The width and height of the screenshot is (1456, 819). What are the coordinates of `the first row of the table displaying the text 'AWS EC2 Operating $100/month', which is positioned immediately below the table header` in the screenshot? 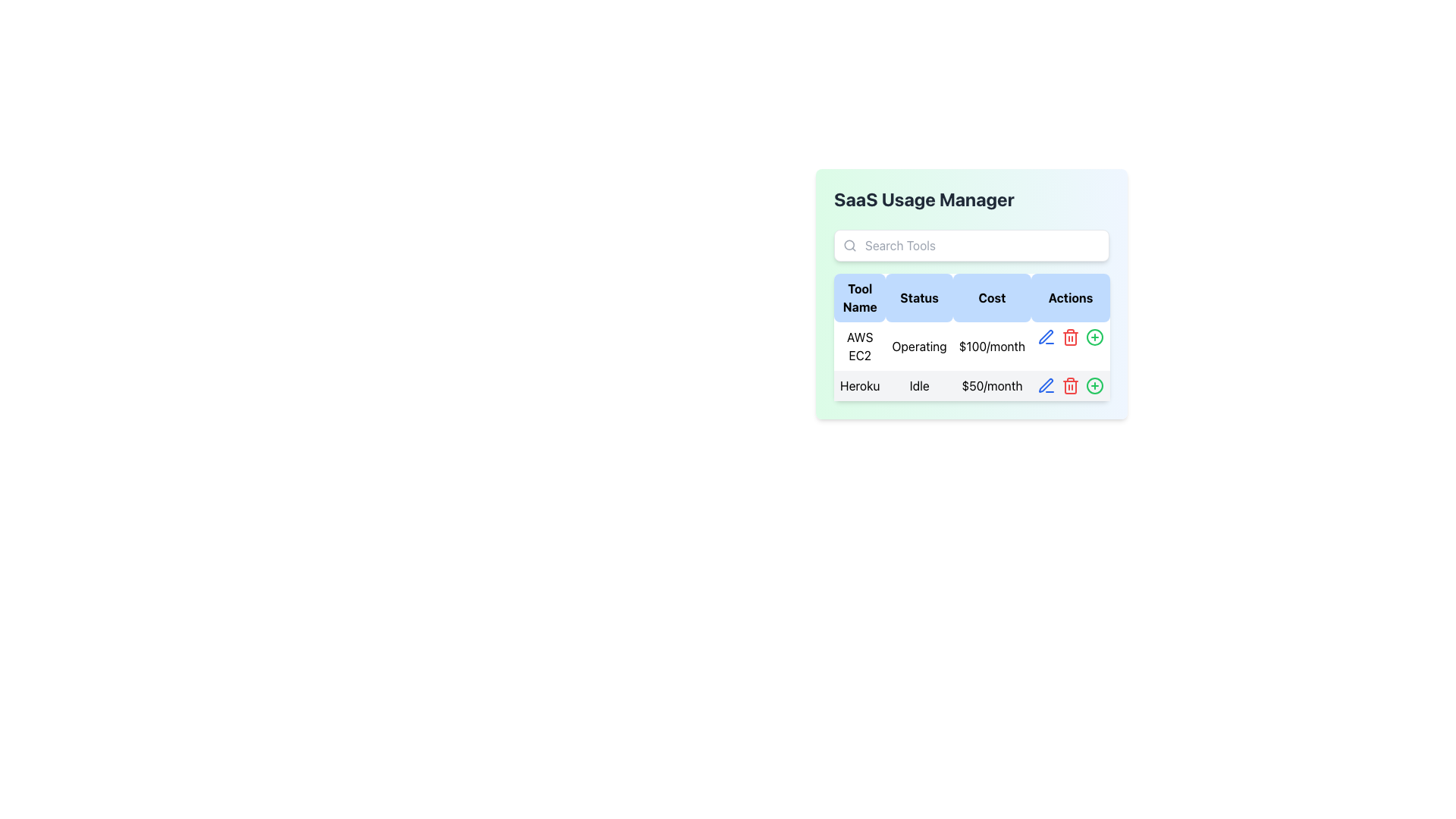 It's located at (971, 346).